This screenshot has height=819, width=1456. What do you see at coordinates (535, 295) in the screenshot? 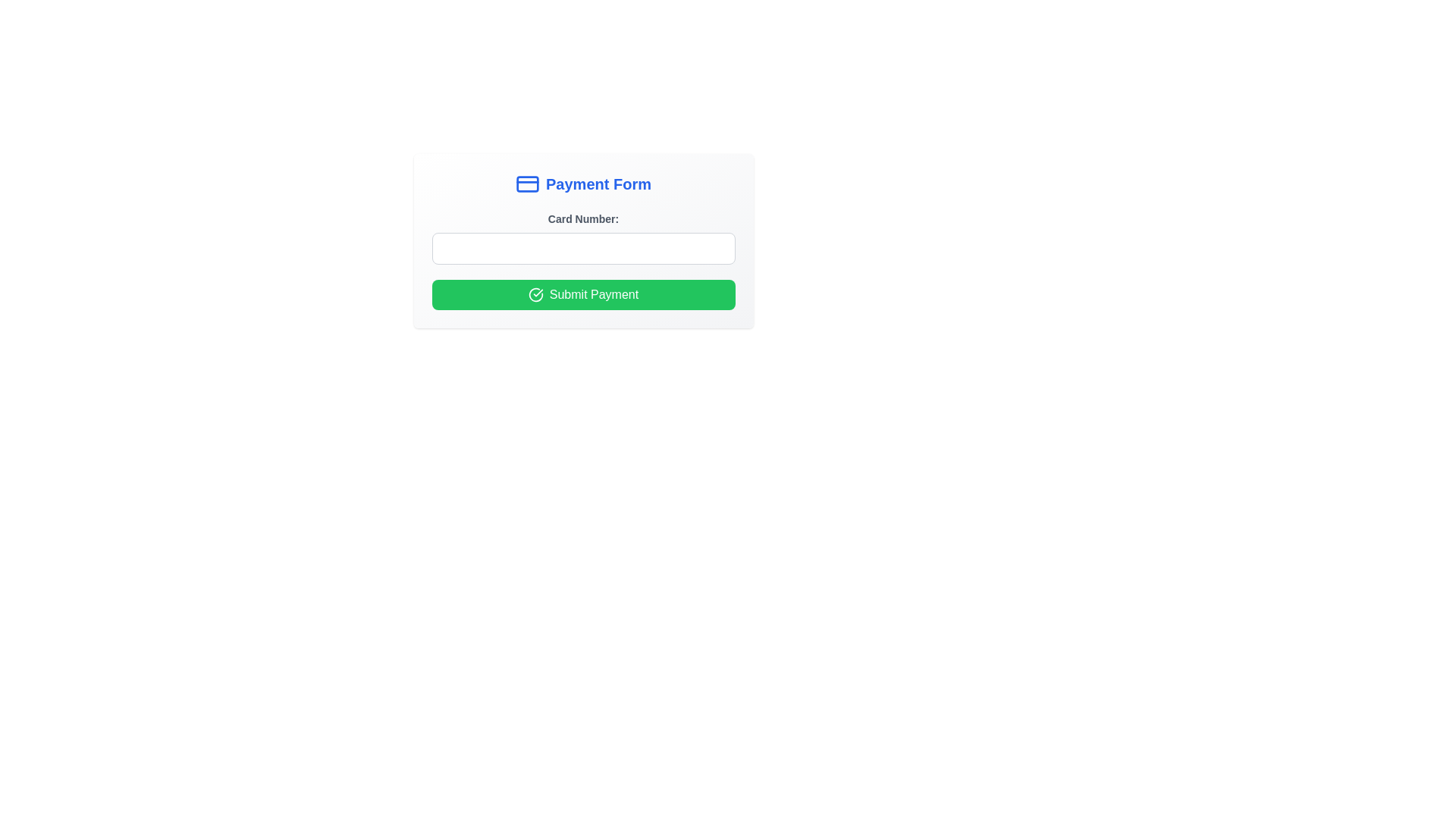
I see `the confirmation icon located on the left side of the 'Submit Payment' button to initiate the payment process` at bounding box center [535, 295].